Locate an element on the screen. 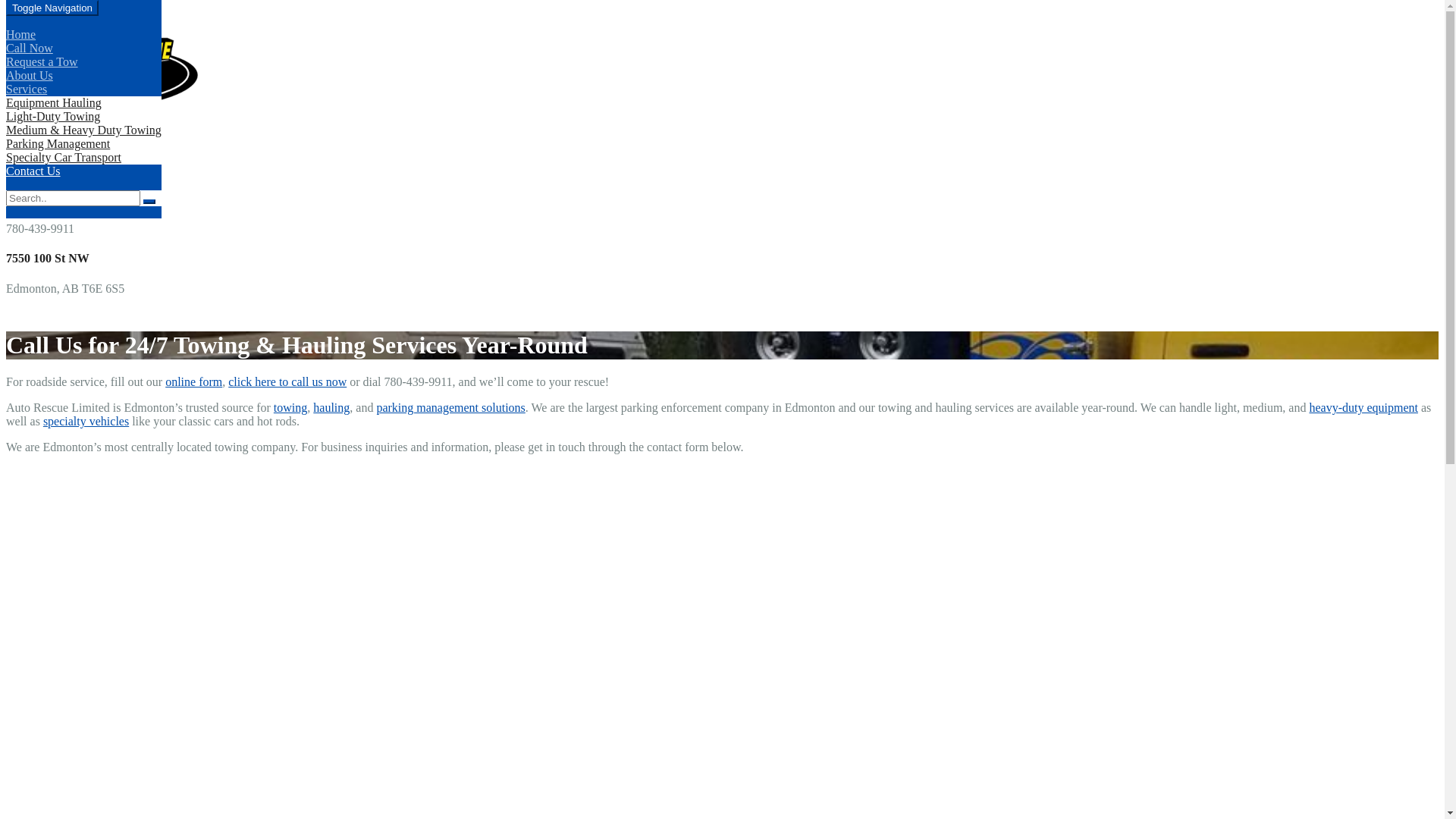 Image resolution: width=1456 pixels, height=819 pixels. 'About Us' is located at coordinates (29, 75).